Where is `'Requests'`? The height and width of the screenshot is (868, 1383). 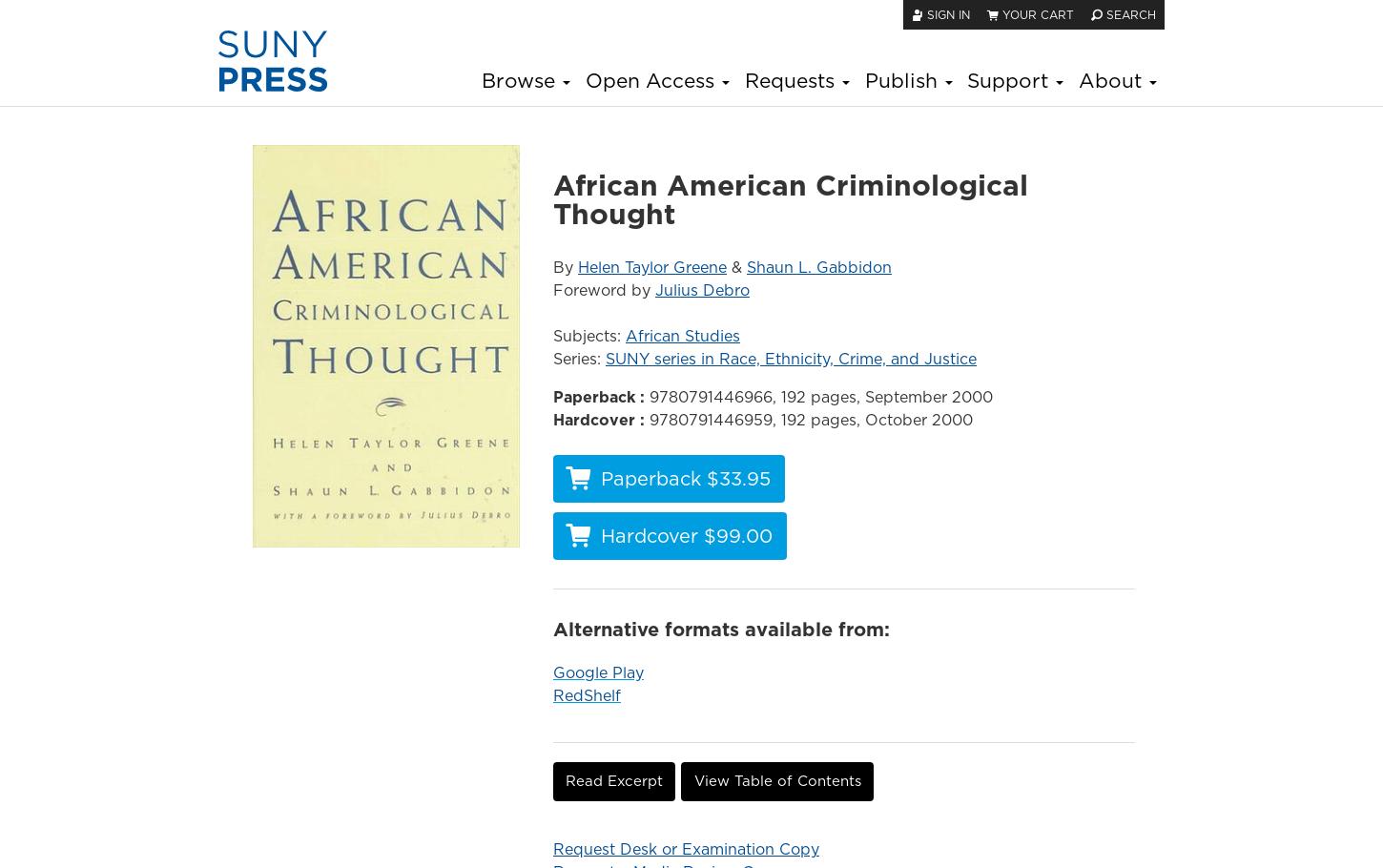 'Requests' is located at coordinates (791, 79).